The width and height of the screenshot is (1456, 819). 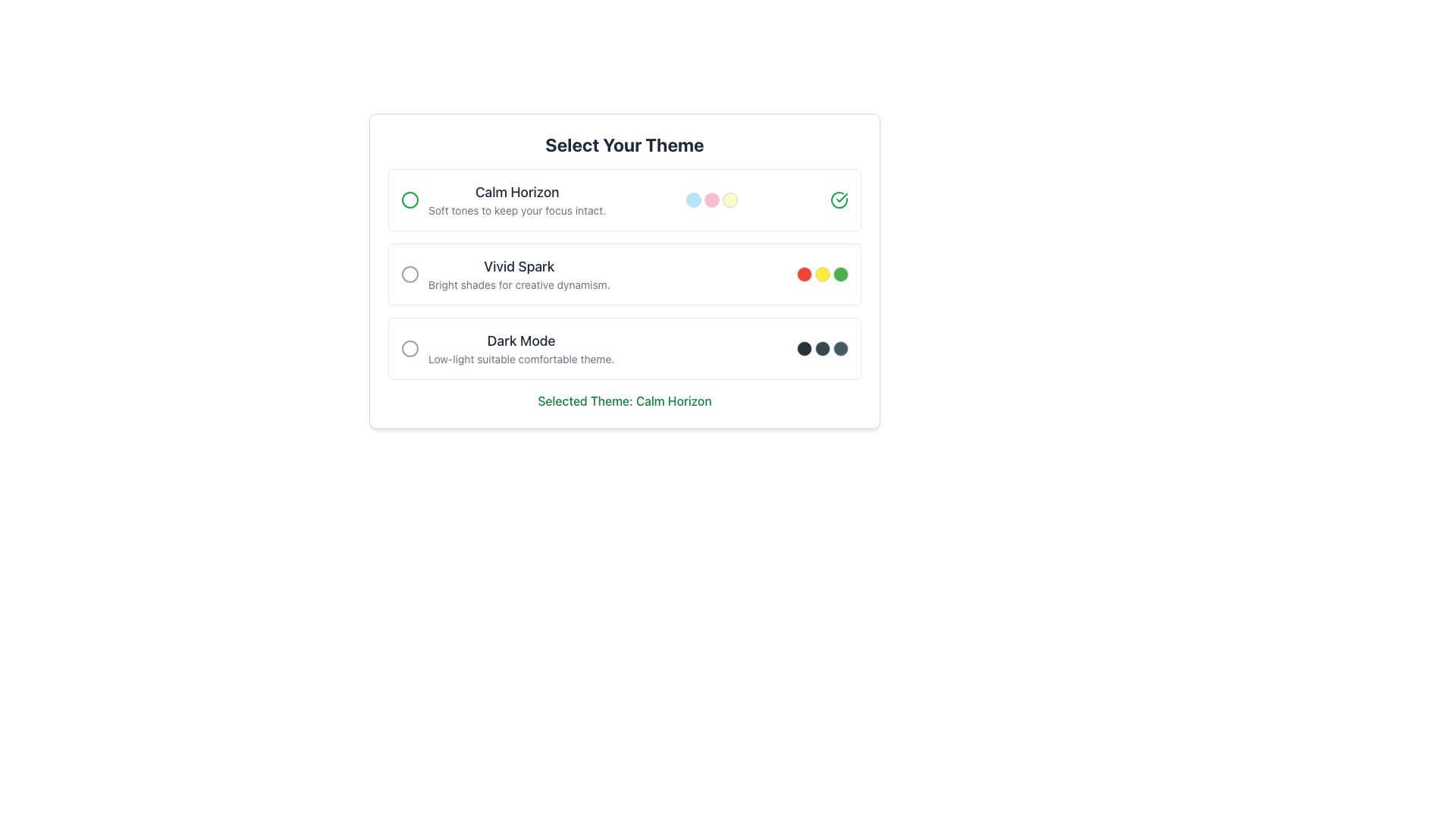 What do you see at coordinates (821, 348) in the screenshot?
I see `the middle visual indicator circle that represents the 'Dark Mode' theme in the theme selection interface` at bounding box center [821, 348].